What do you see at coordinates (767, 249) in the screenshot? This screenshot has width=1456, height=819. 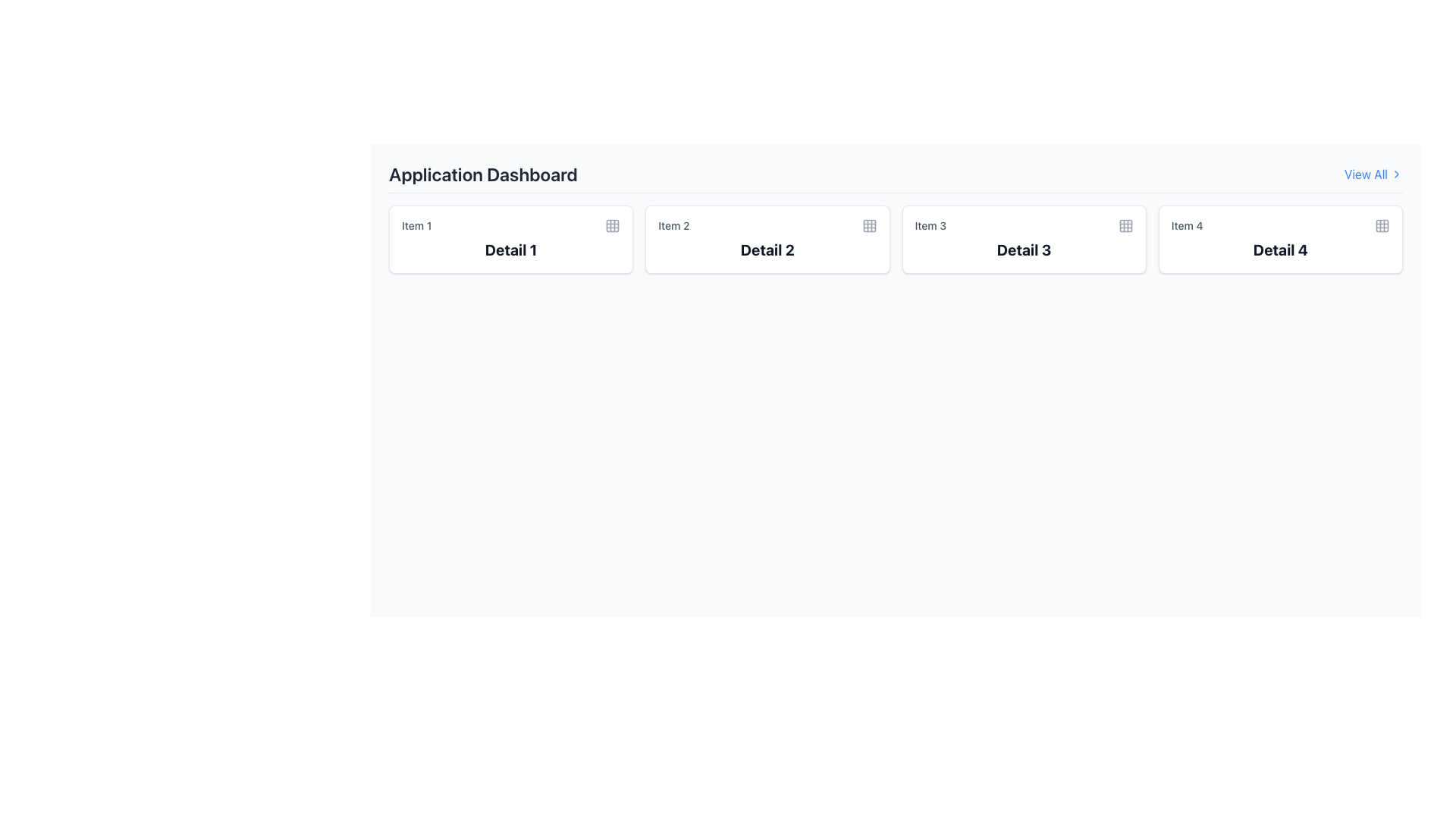 I see `text from the label located within the second card of a horizontally arranged grid, positioned below the heading 'Item 2'` at bounding box center [767, 249].